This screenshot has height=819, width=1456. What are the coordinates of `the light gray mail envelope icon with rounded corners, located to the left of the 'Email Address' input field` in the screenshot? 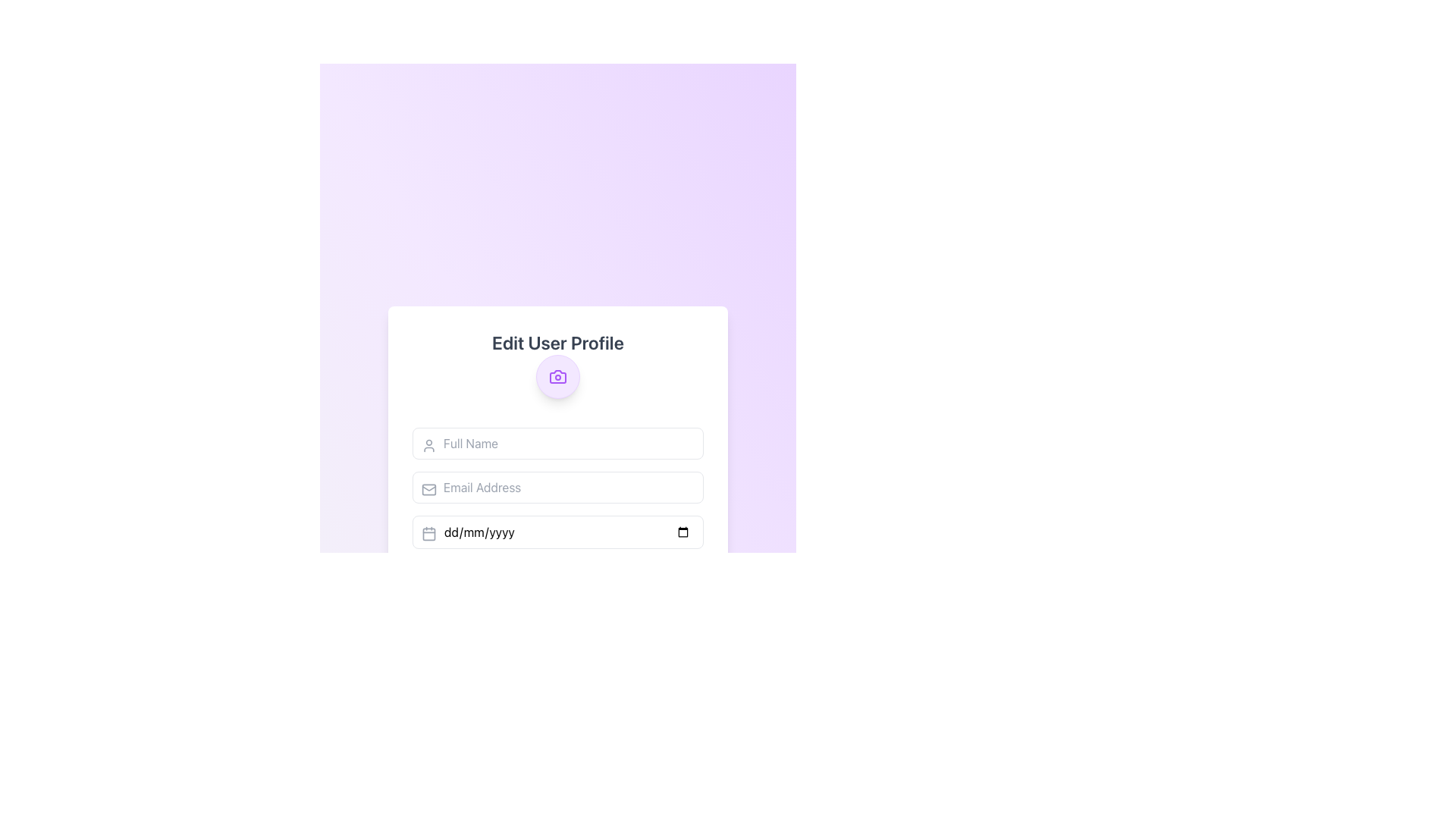 It's located at (428, 489).